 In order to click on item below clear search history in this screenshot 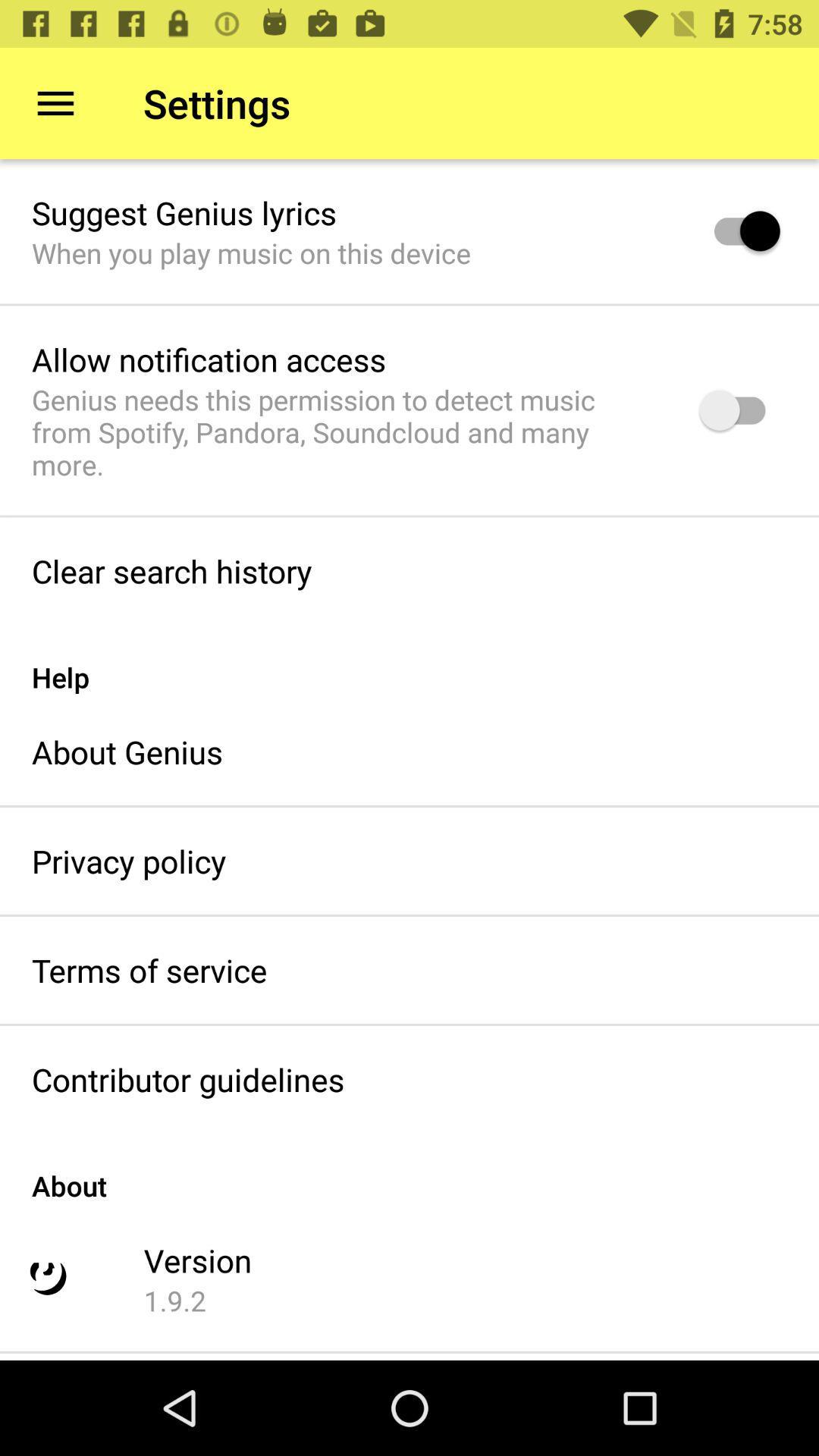, I will do `click(409, 661)`.